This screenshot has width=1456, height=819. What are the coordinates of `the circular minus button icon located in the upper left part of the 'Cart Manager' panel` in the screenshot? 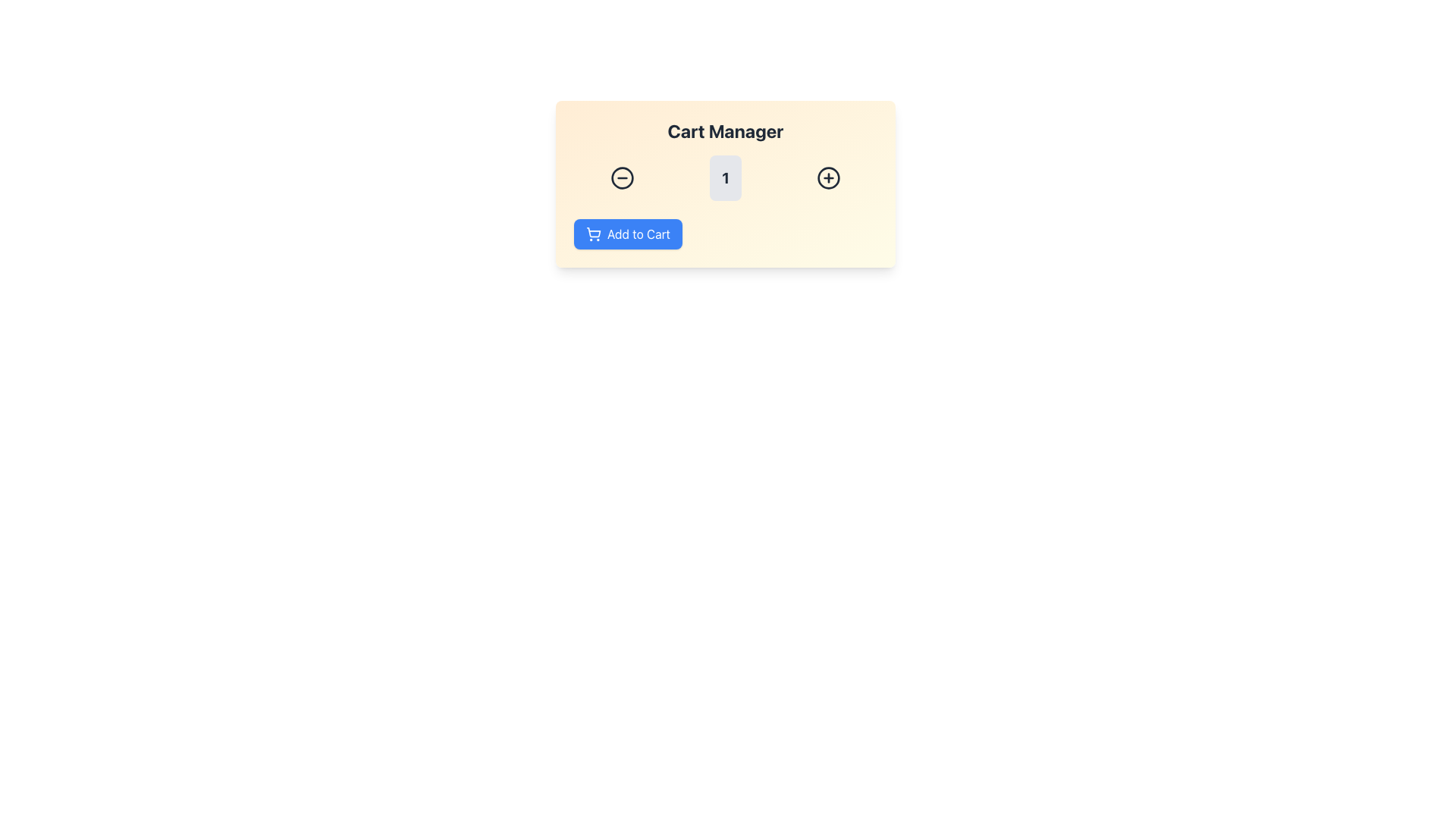 It's located at (622, 177).